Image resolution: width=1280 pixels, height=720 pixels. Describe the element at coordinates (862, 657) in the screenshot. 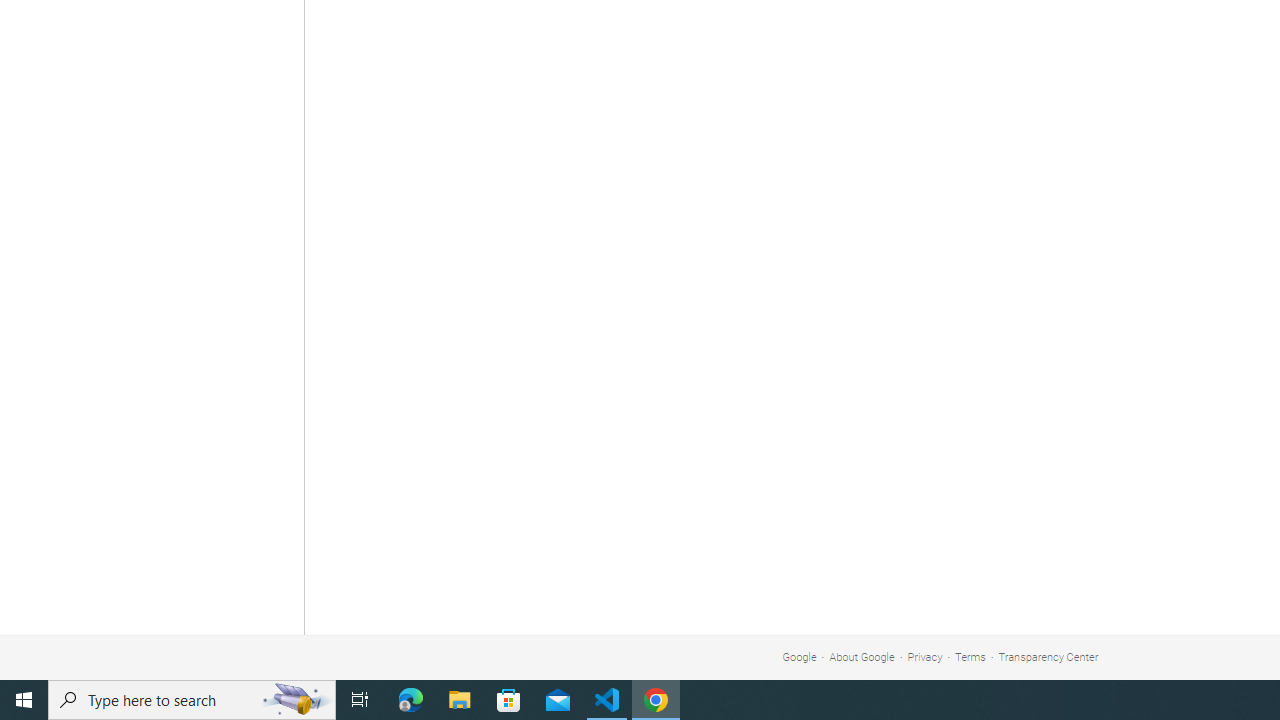

I see `'About Google'` at that location.